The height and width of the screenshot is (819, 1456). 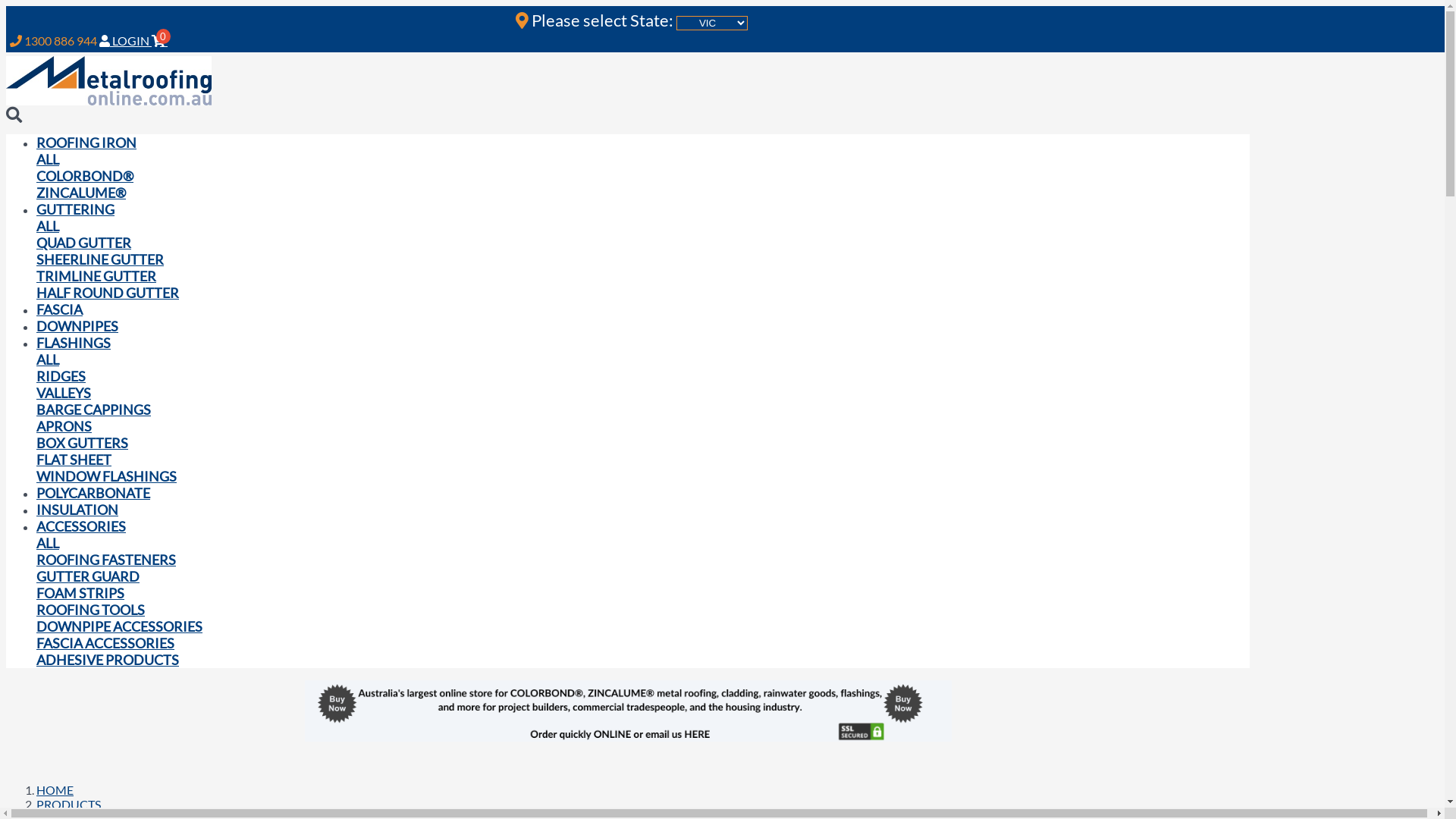 I want to click on 'ROOFING IRON', so click(x=86, y=143).